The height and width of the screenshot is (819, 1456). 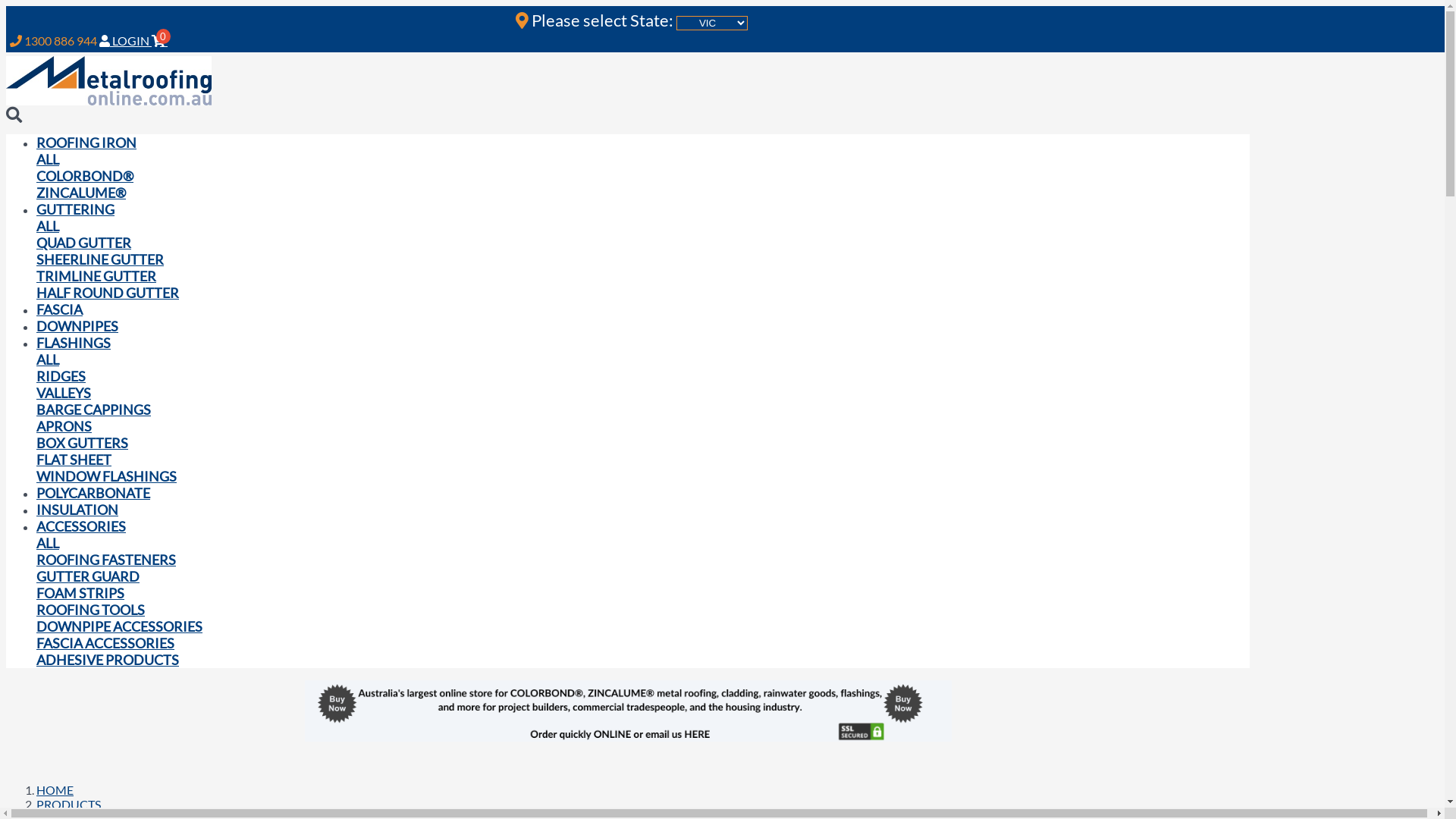 I want to click on 'ROOFING IRON', so click(x=86, y=143).